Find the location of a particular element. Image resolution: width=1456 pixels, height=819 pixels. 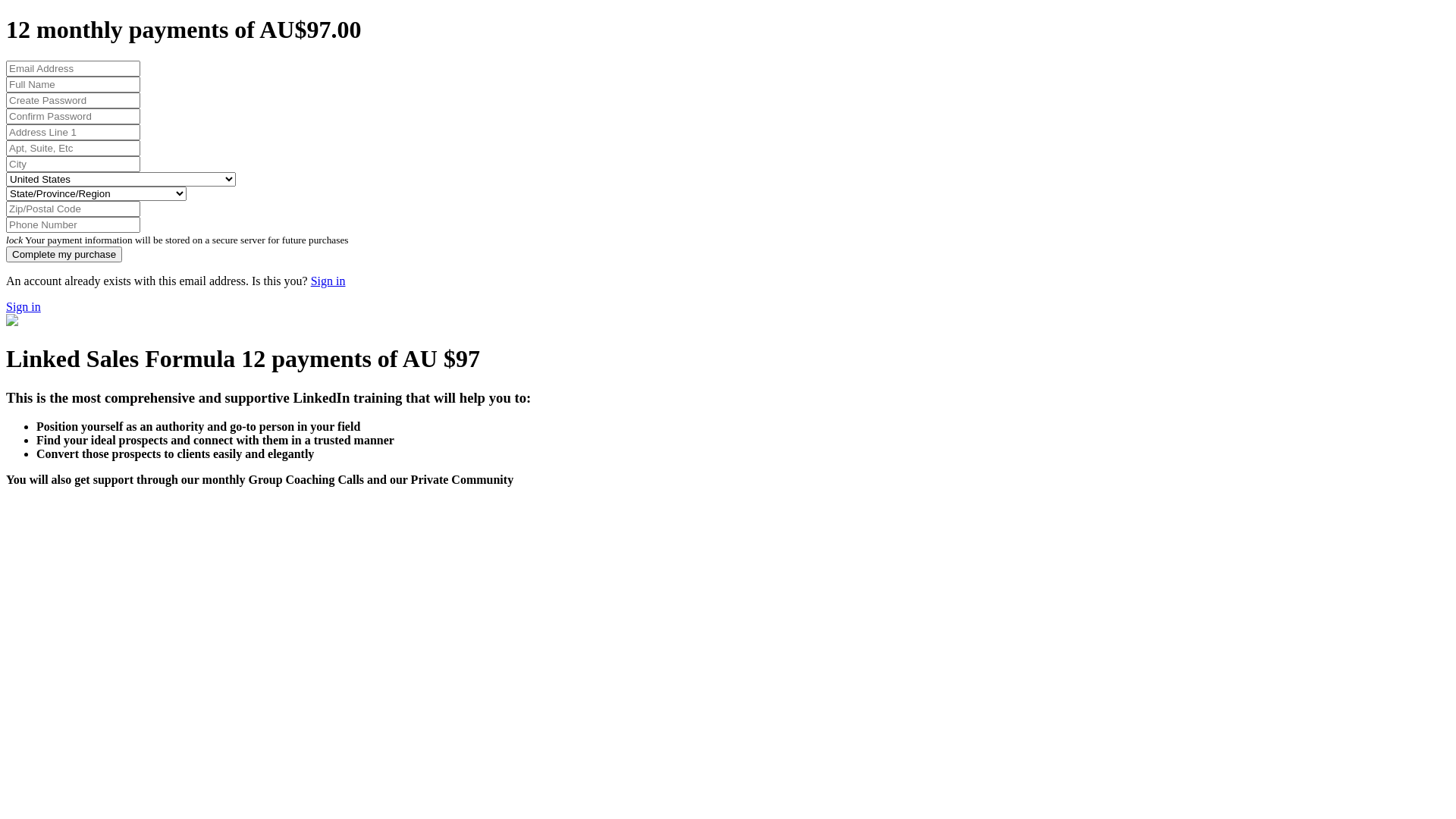

'Complete my purchase' is located at coordinates (63, 253).